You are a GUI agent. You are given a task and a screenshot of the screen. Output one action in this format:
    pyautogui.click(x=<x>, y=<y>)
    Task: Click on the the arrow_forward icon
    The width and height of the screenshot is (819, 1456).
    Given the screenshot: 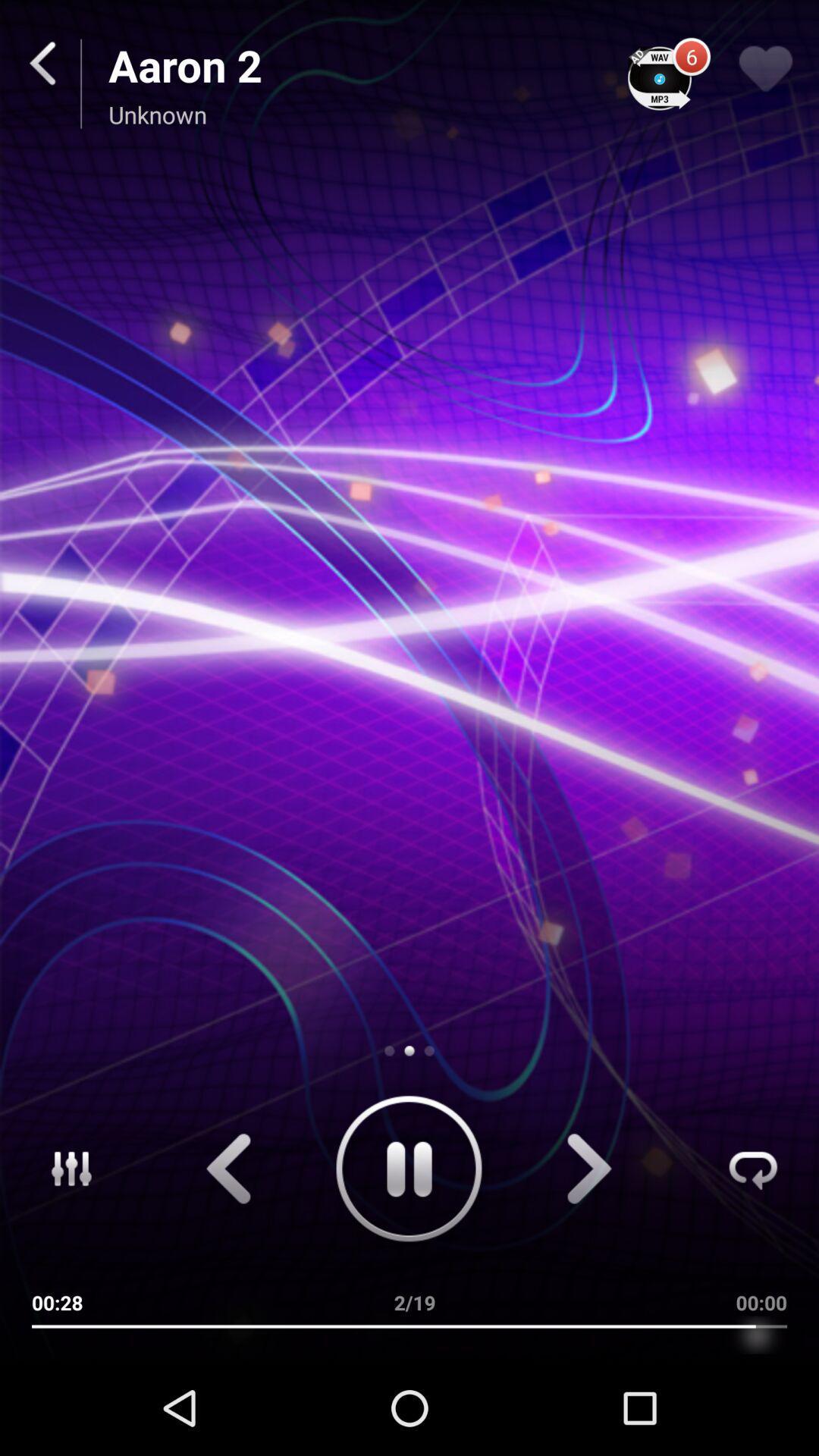 What is the action you would take?
    pyautogui.click(x=589, y=1255)
    